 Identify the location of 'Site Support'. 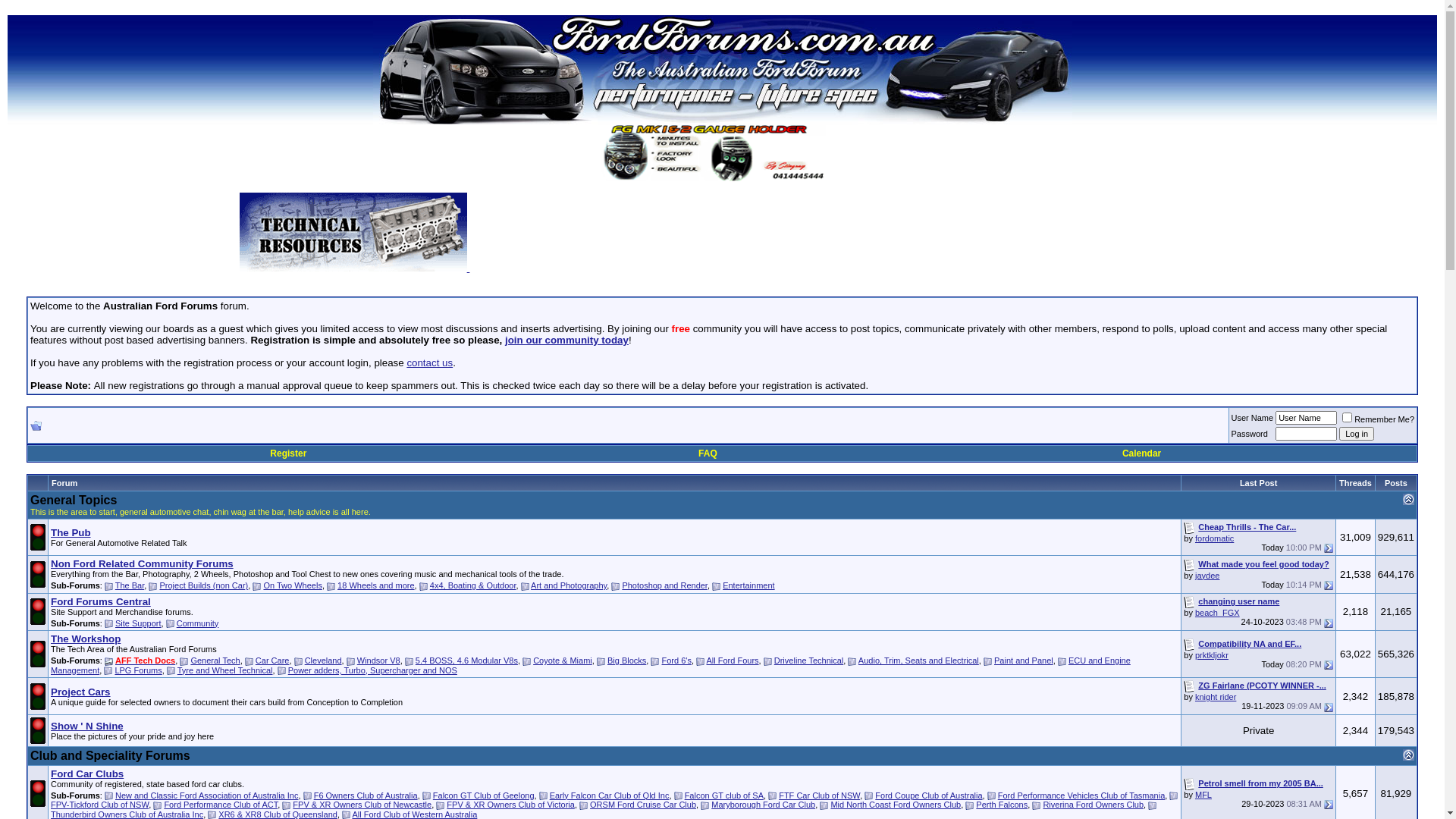
(138, 623).